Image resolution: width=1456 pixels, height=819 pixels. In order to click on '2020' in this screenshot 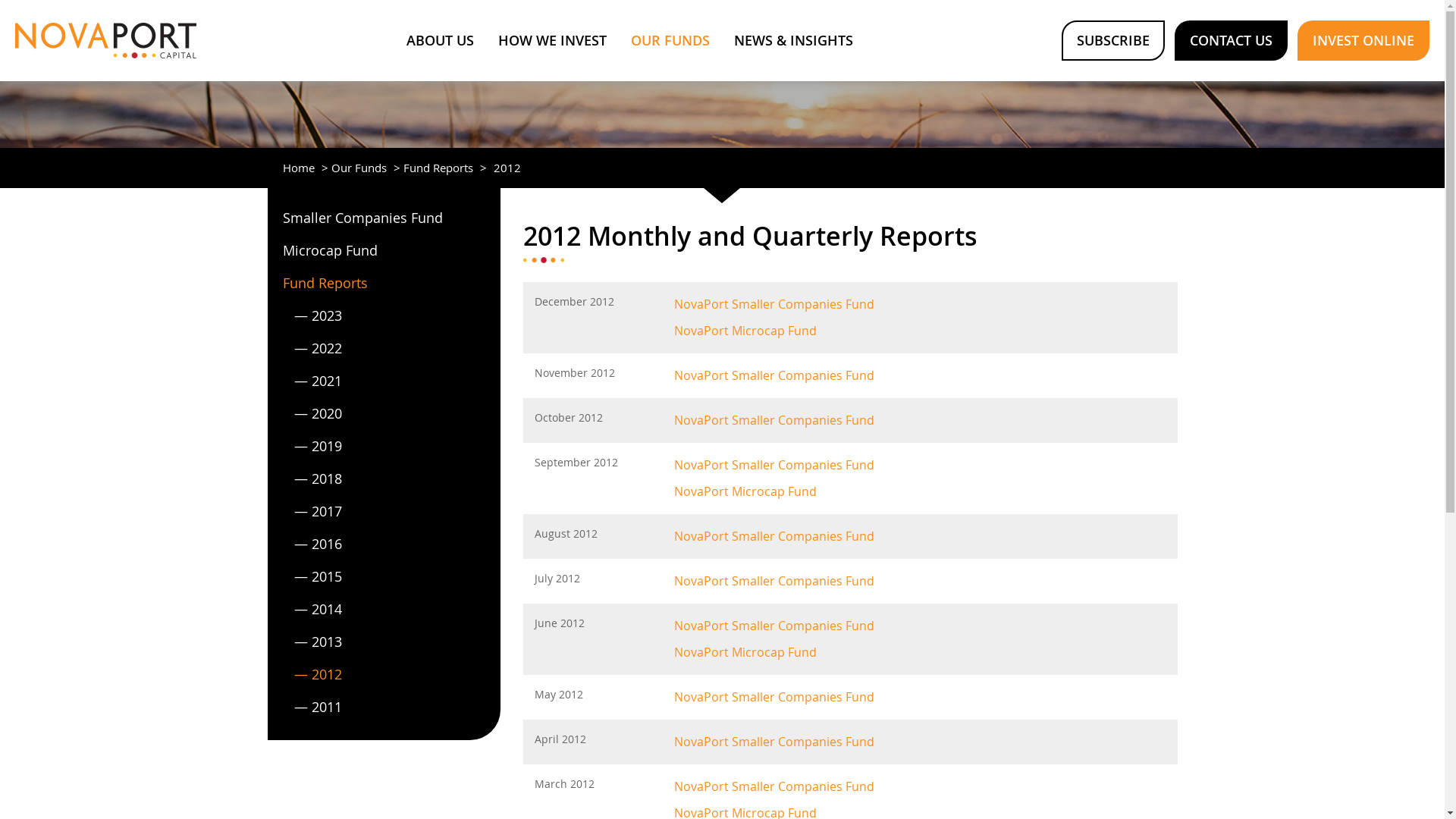, I will do `click(383, 406)`.